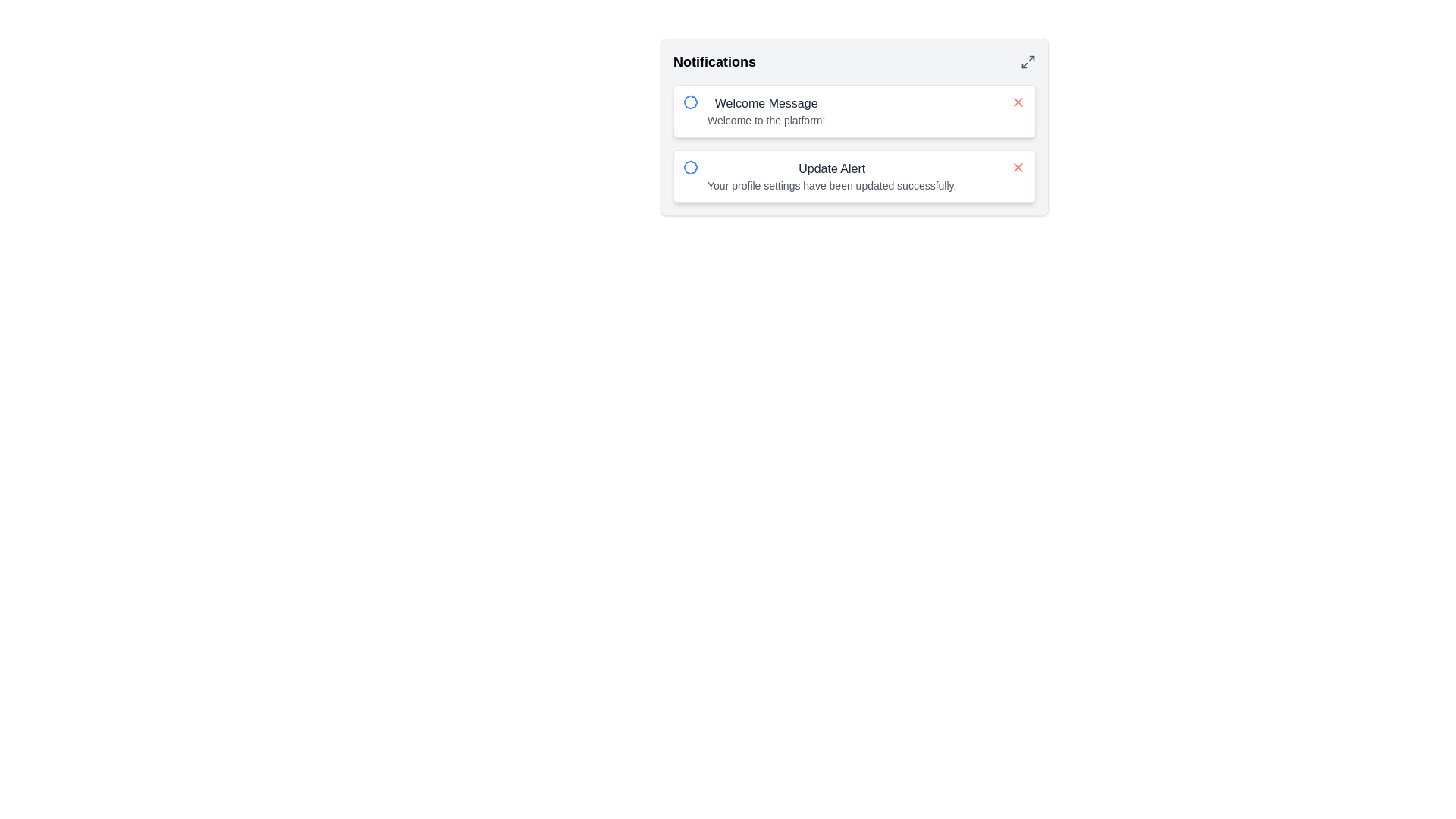  I want to click on informational notification text located to the right of the blue circular icon and left of the red 'x' button in the second row of the 'Notifications' list, so click(831, 175).